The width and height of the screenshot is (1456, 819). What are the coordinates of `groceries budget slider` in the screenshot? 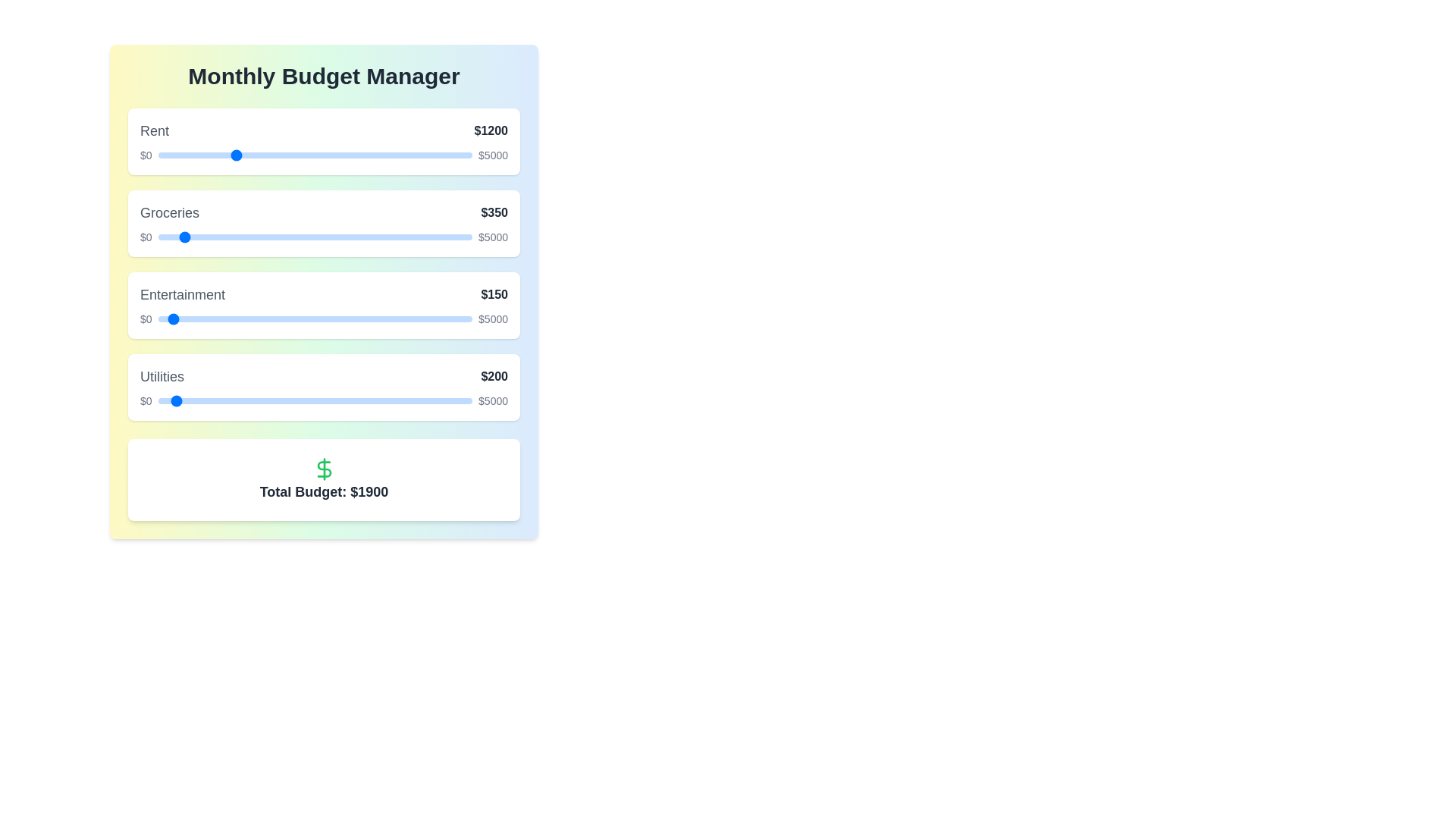 It's located at (416, 237).